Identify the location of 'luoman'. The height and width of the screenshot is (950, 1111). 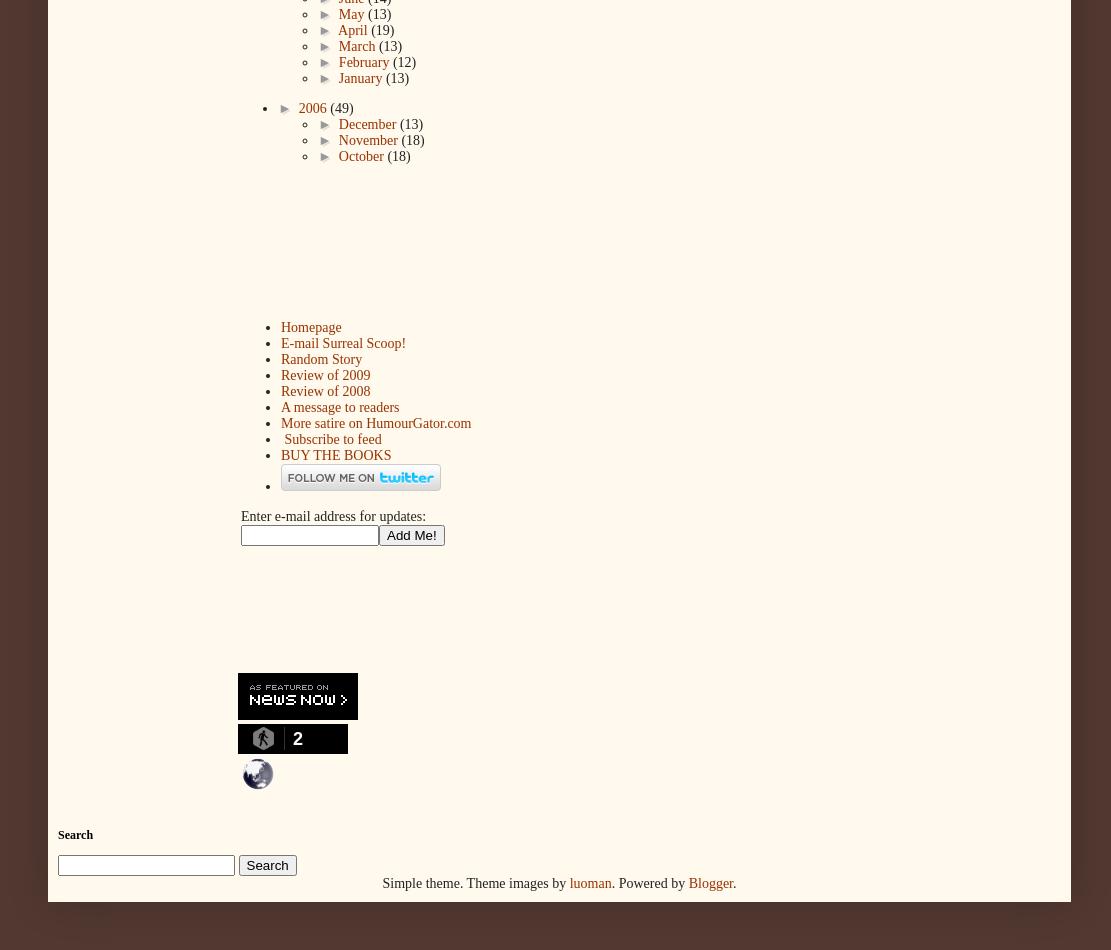
(568, 882).